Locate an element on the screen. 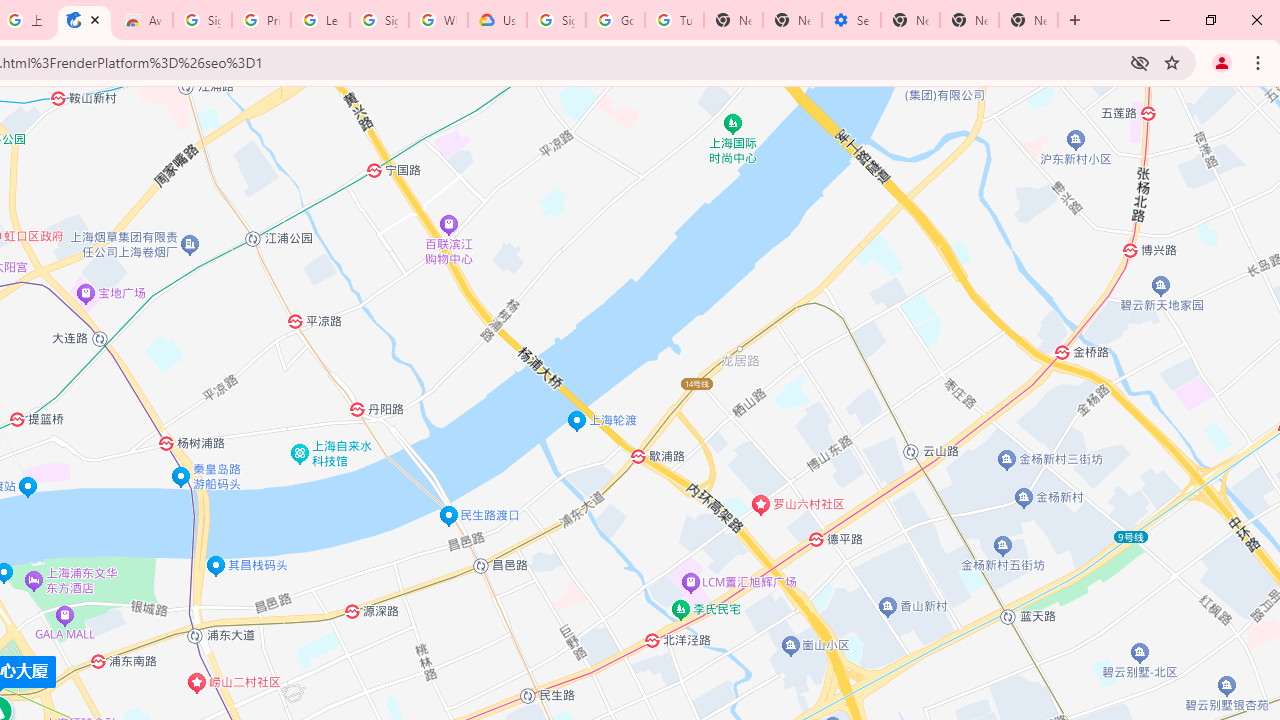  'Google Account Help' is located at coordinates (614, 20).